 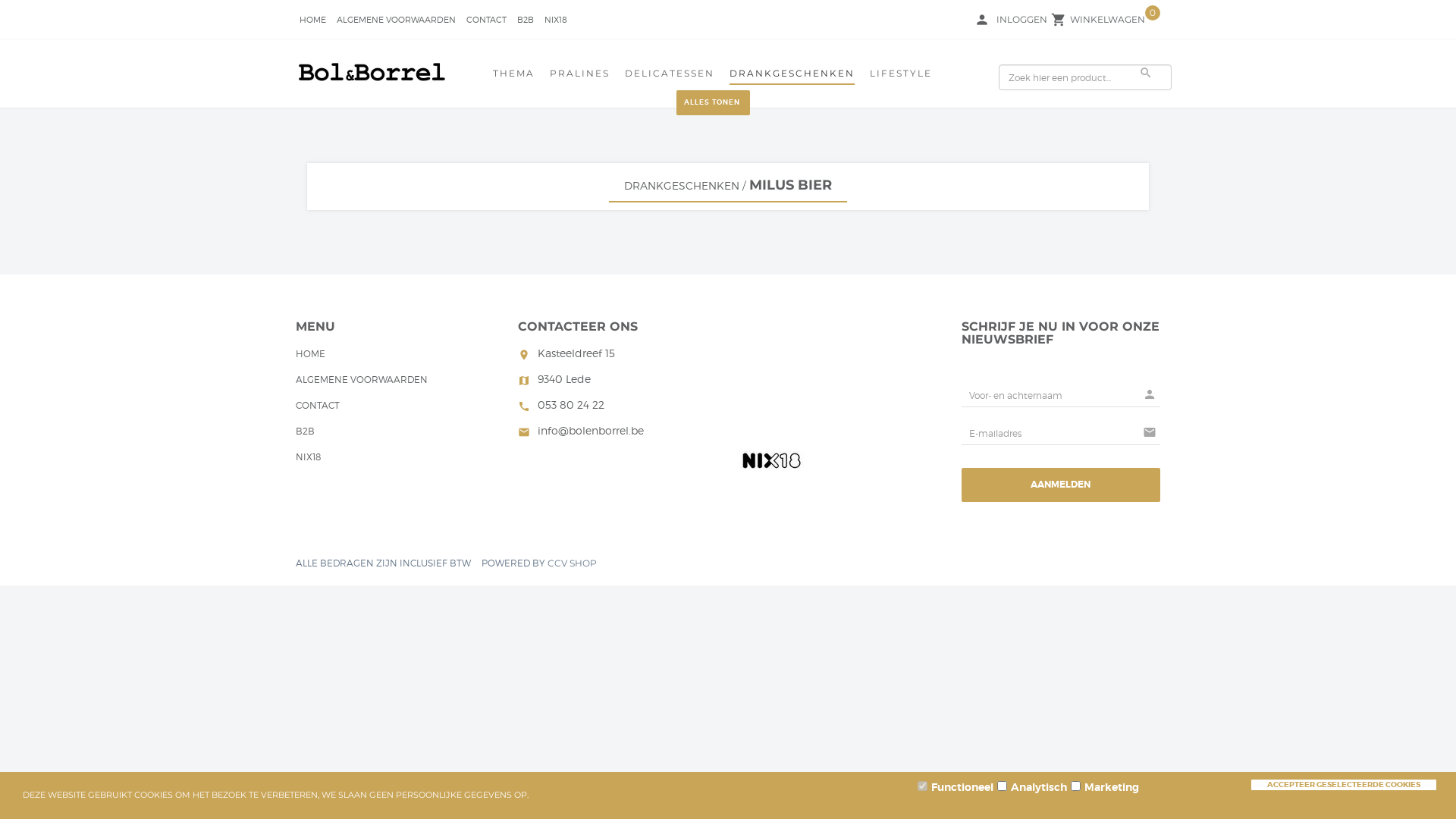 I want to click on 'INLOGGEN', so click(x=1021, y=20).